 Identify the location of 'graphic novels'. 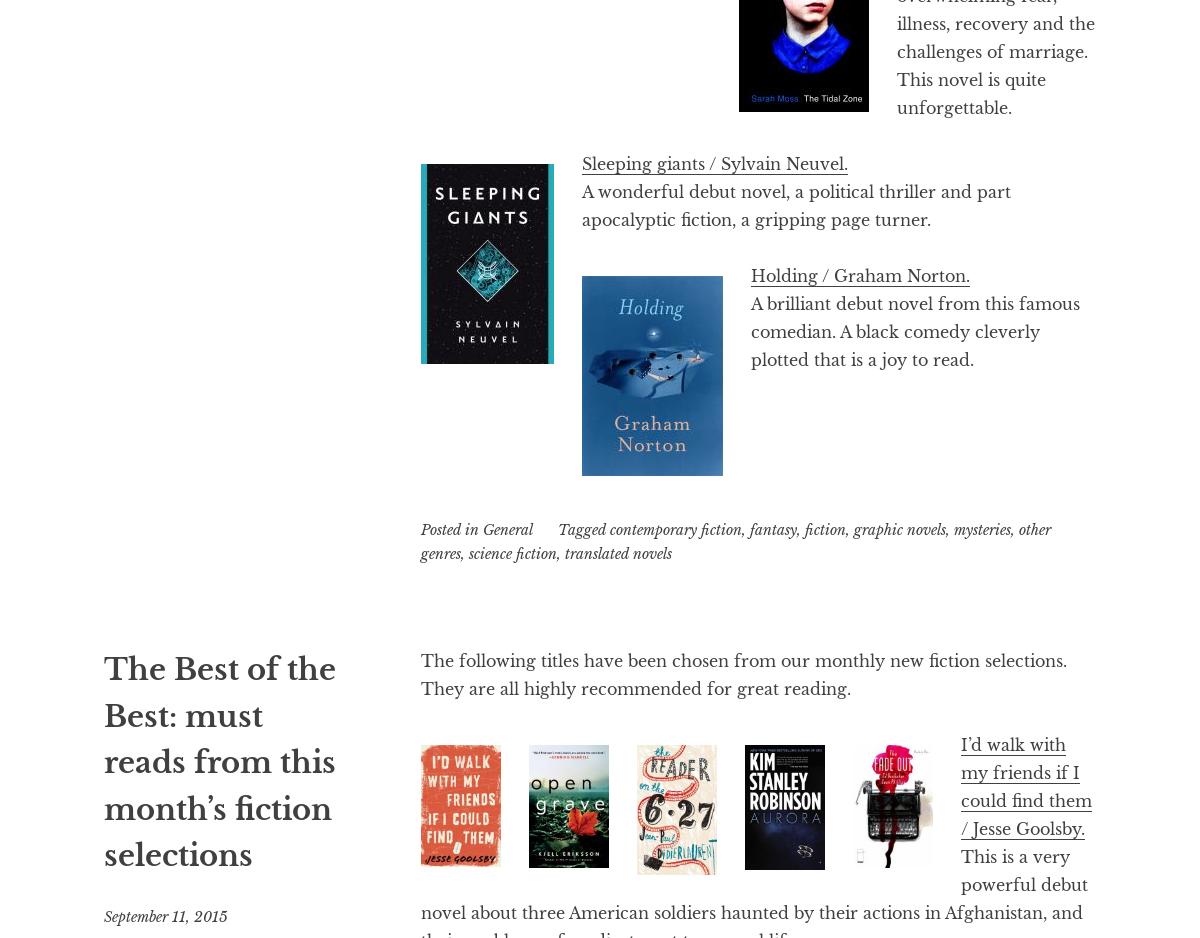
(898, 528).